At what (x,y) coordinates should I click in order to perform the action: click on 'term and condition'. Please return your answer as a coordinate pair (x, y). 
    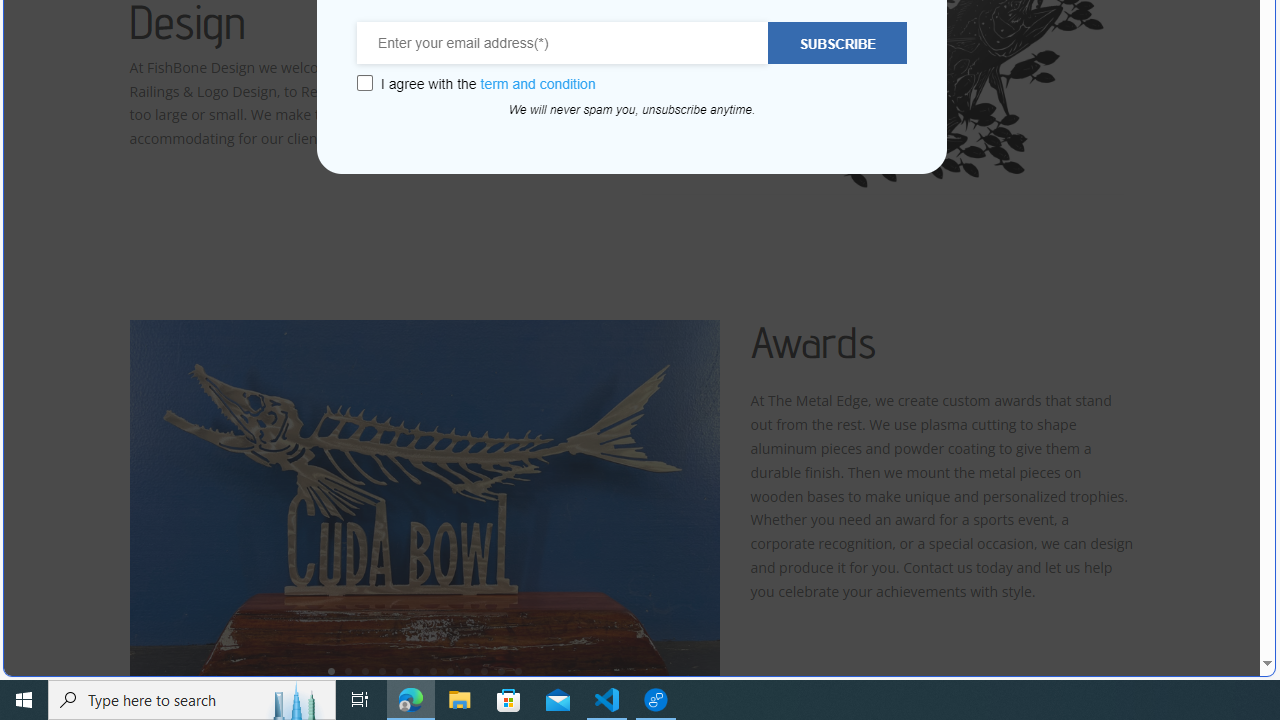
    Looking at the image, I should click on (538, 83).